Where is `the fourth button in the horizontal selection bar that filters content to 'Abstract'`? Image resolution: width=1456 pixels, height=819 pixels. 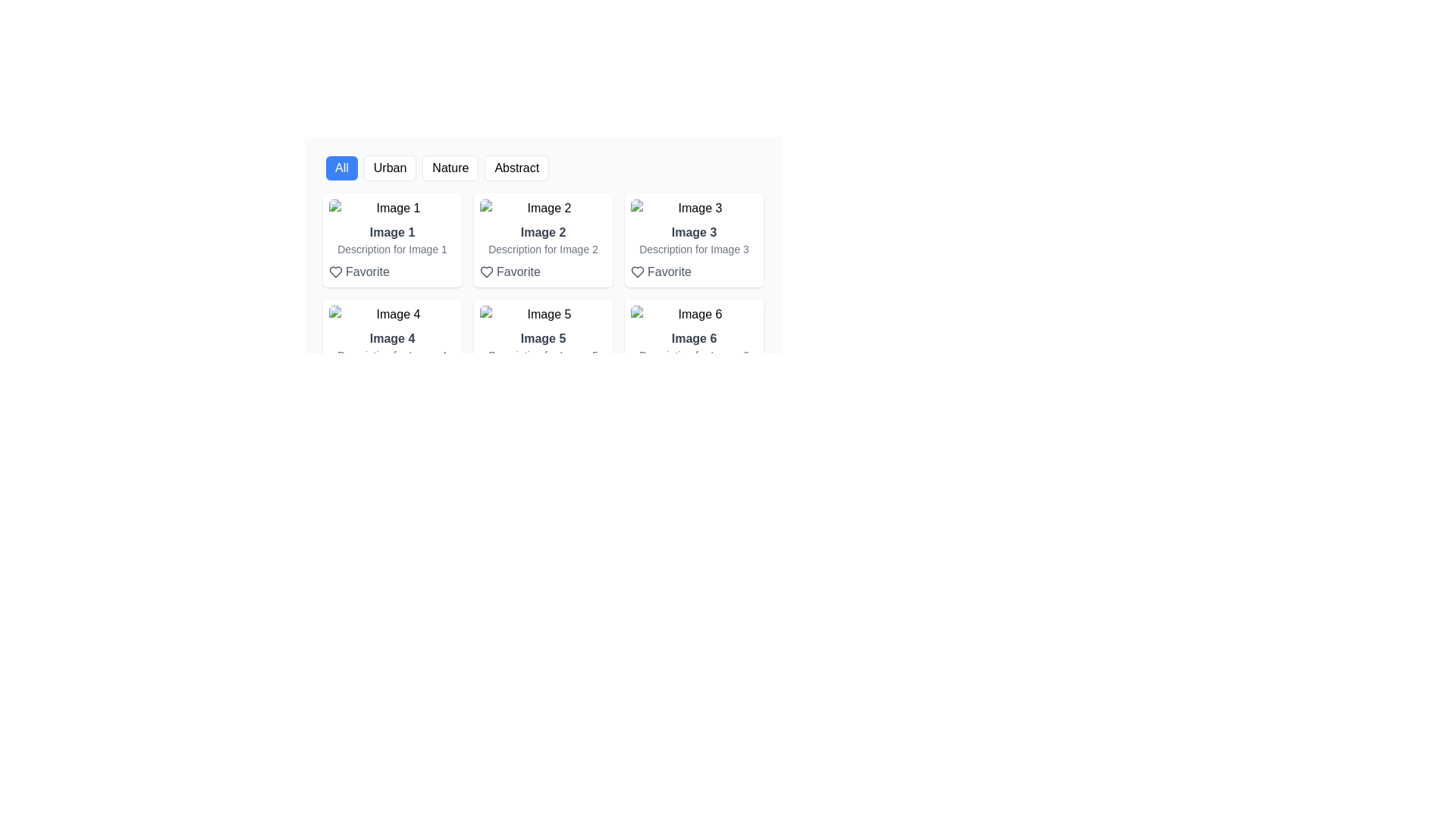
the fourth button in the horizontal selection bar that filters content to 'Abstract' is located at coordinates (543, 168).